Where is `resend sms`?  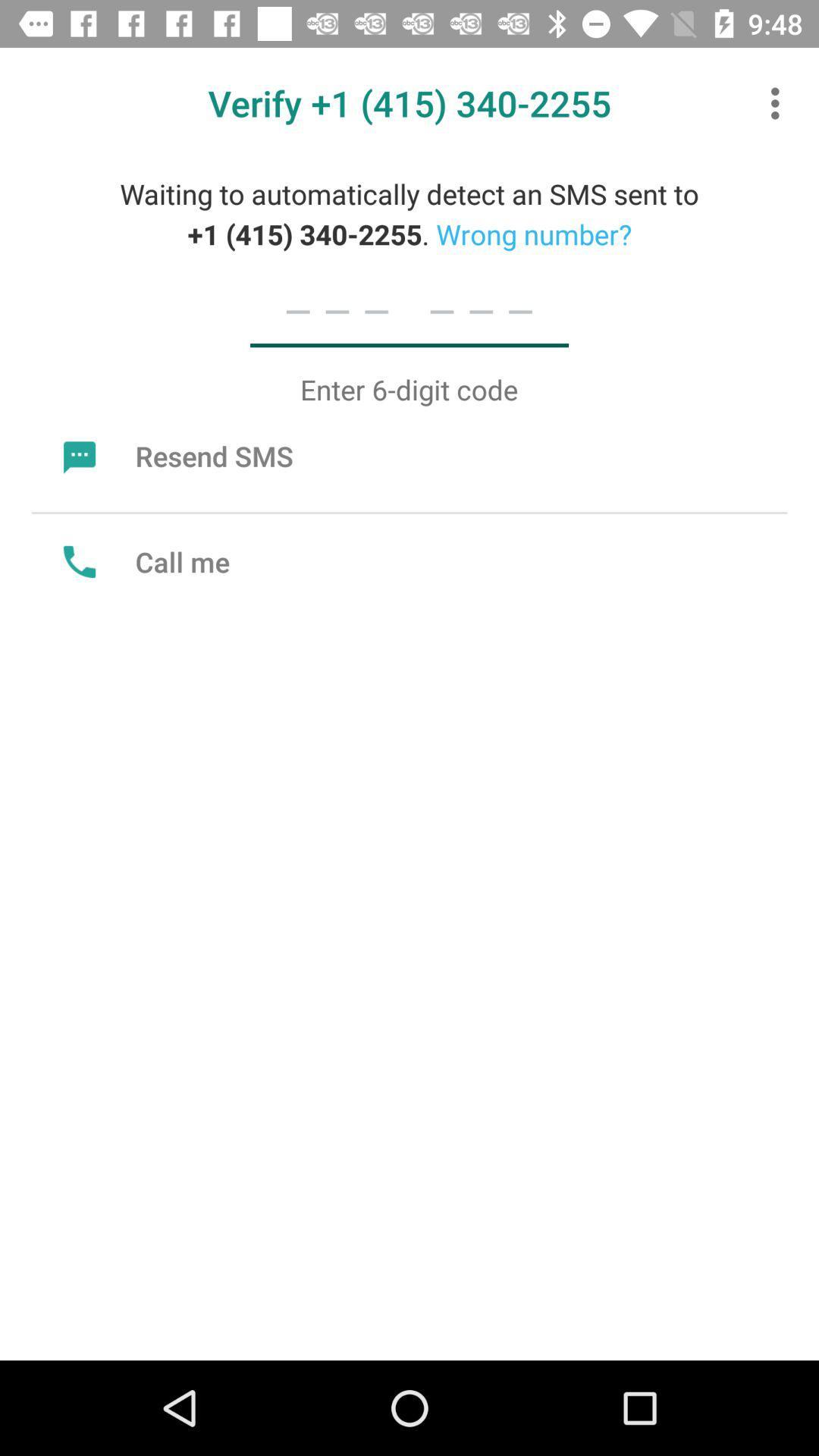
resend sms is located at coordinates (174, 455).